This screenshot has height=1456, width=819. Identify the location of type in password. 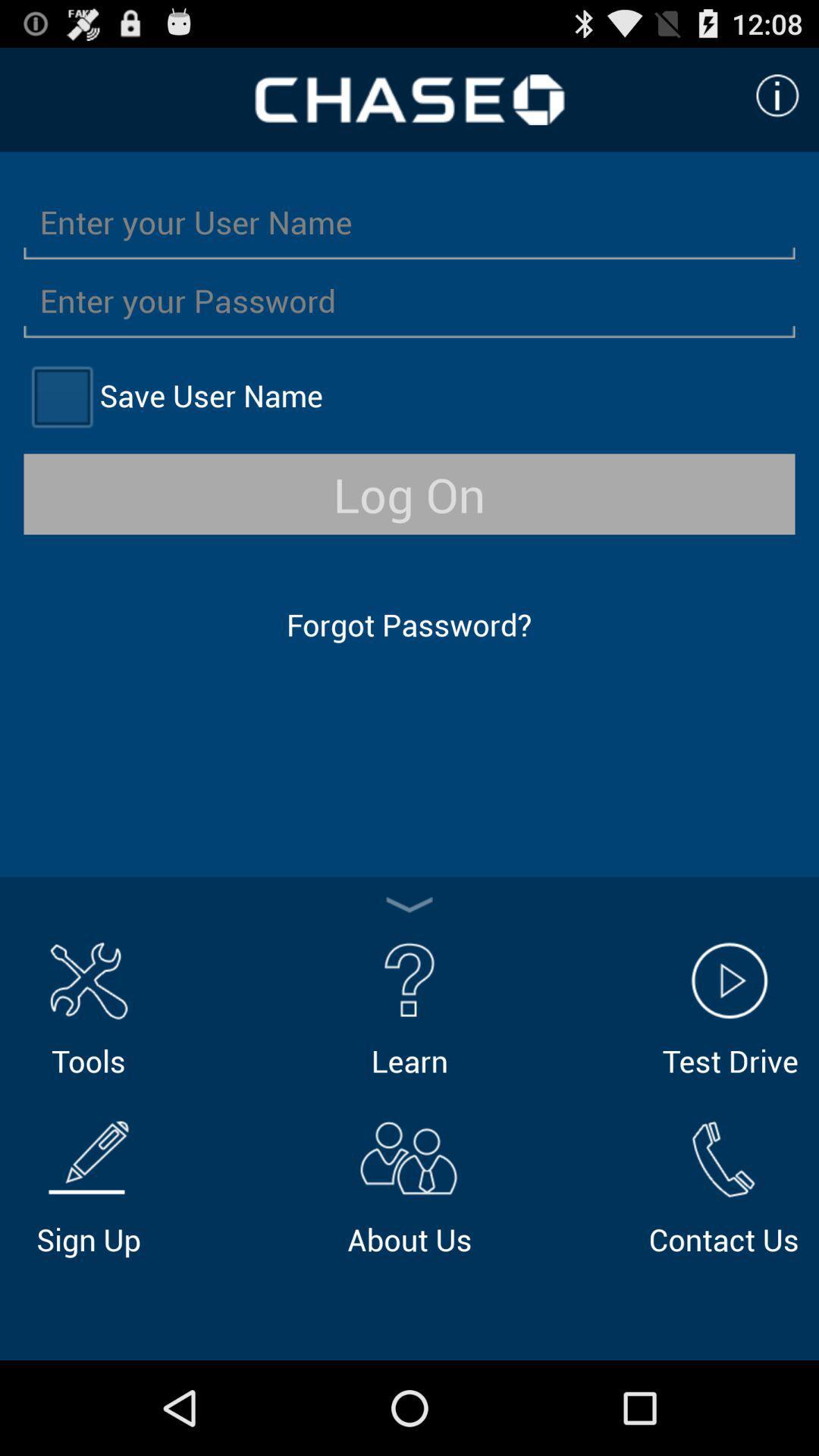
(409, 300).